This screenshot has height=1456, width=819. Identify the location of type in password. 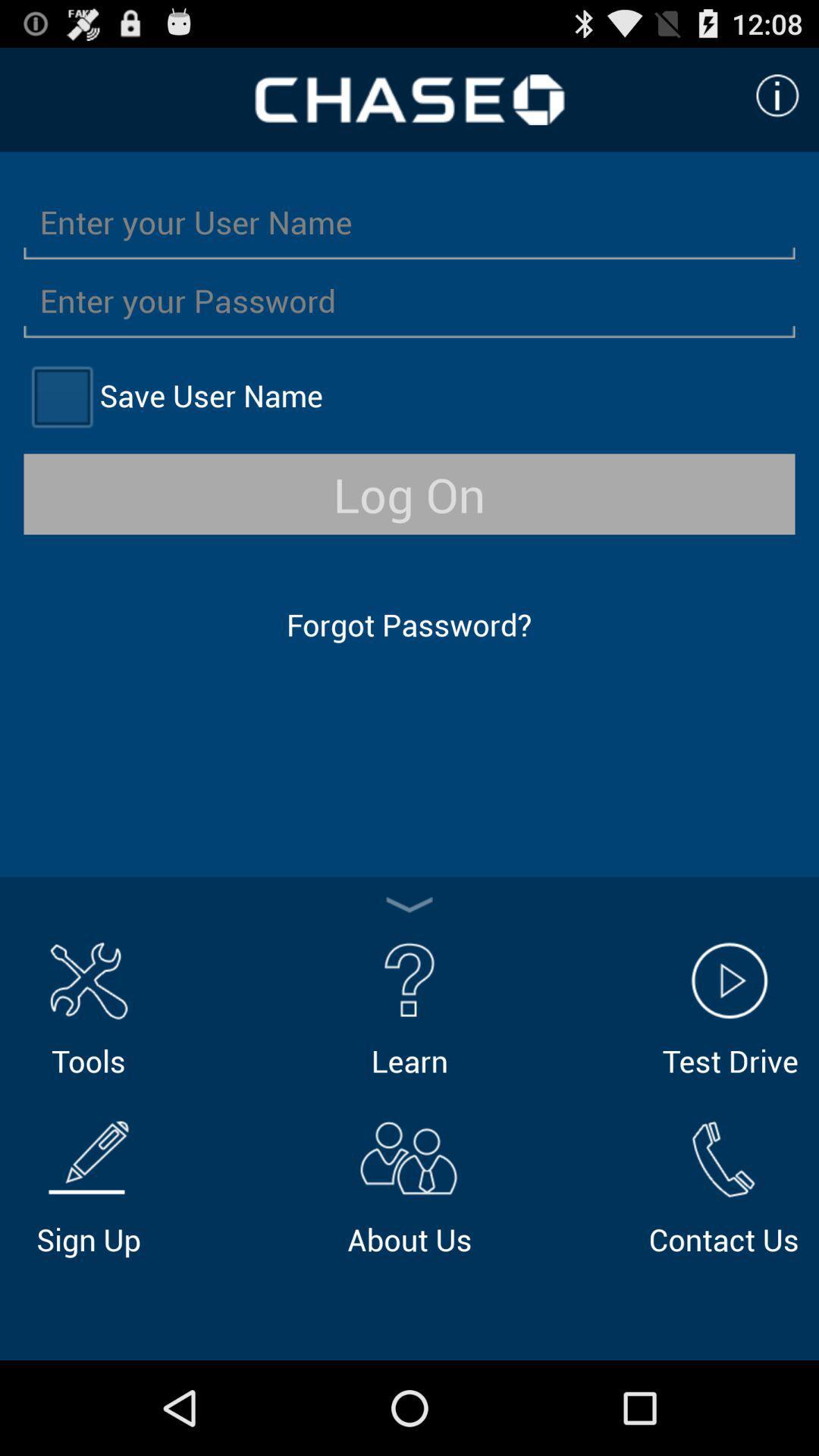
(409, 300).